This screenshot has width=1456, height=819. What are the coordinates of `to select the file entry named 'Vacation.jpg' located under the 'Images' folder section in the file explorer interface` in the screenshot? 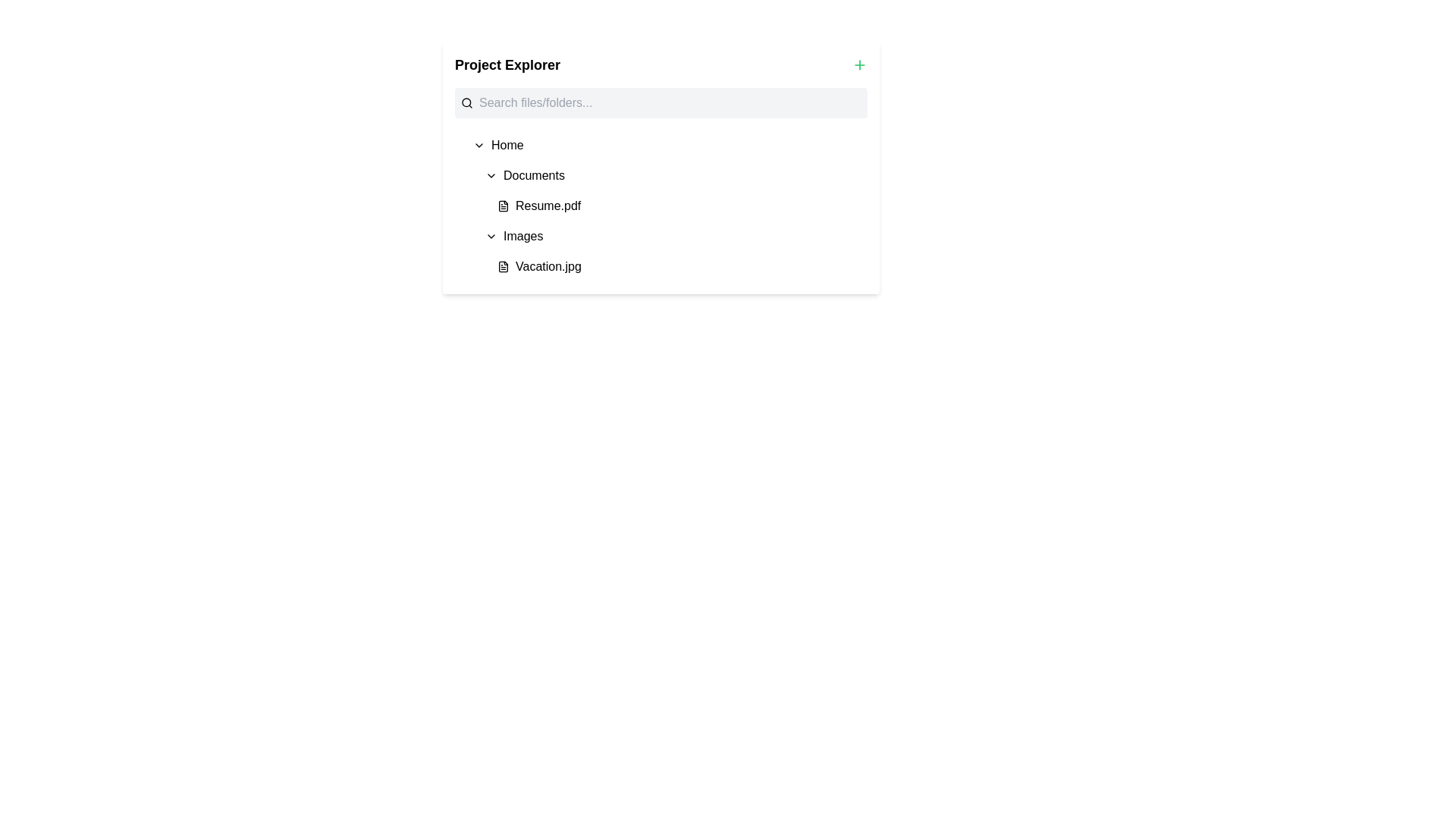 It's located at (673, 265).